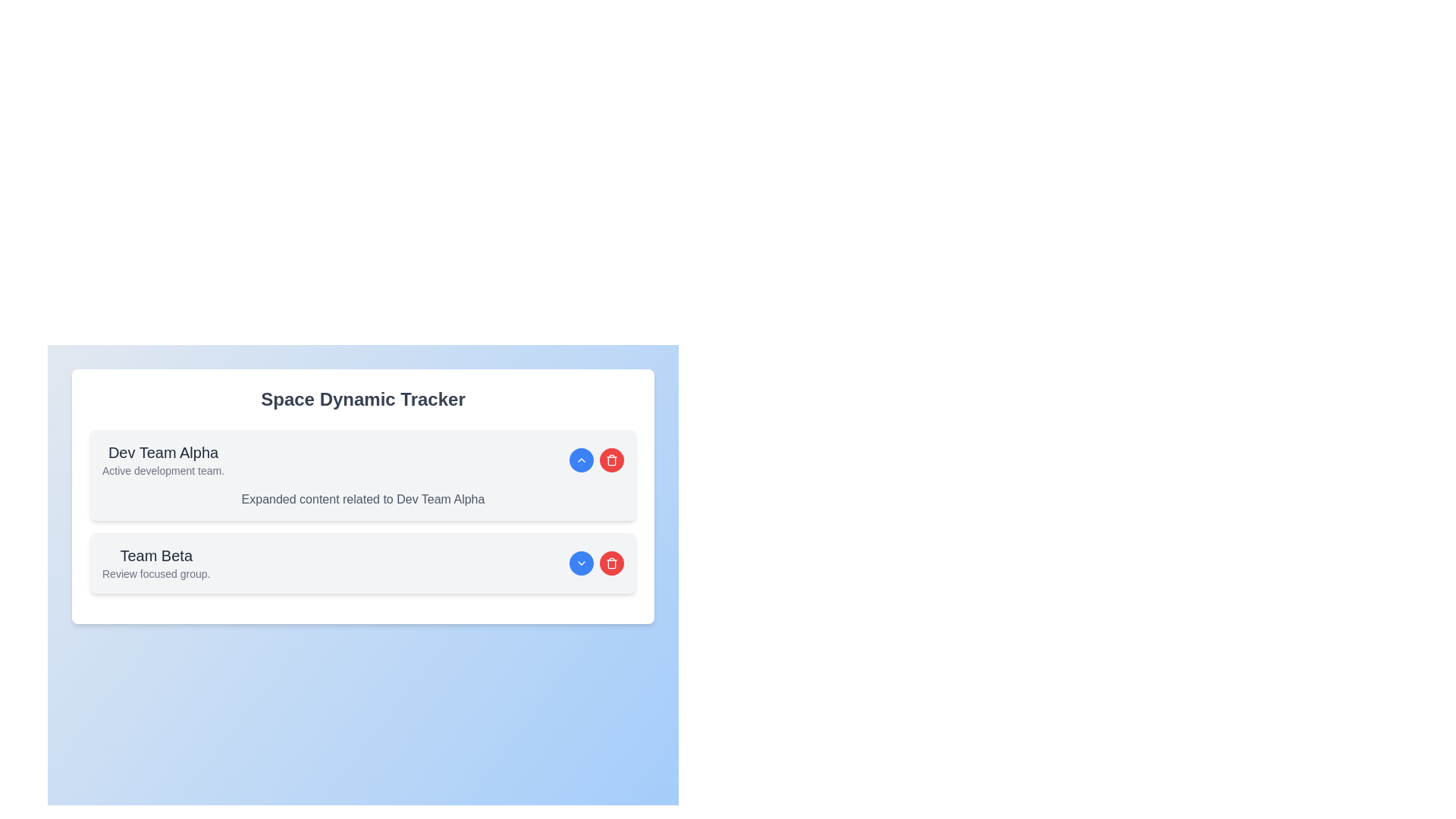 This screenshot has height=819, width=1456. Describe the element at coordinates (611, 459) in the screenshot. I see `the circular red button with a trash can icon for accessibility, located near the top-right corner of the 'Dev Team Alpha' group` at that location.